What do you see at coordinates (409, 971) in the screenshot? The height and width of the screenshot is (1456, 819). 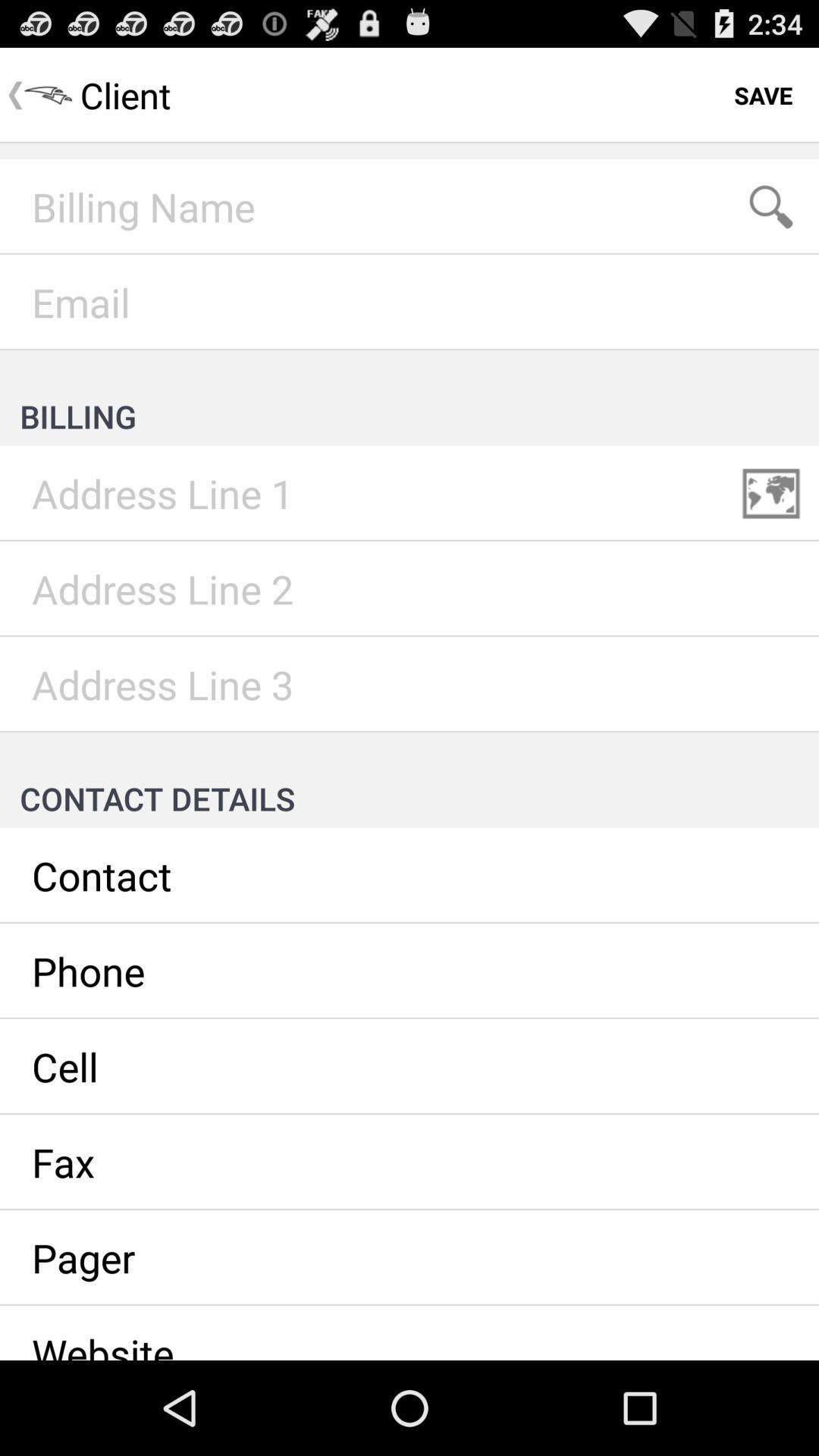 I see `enter/view client 's phone number` at bounding box center [409, 971].